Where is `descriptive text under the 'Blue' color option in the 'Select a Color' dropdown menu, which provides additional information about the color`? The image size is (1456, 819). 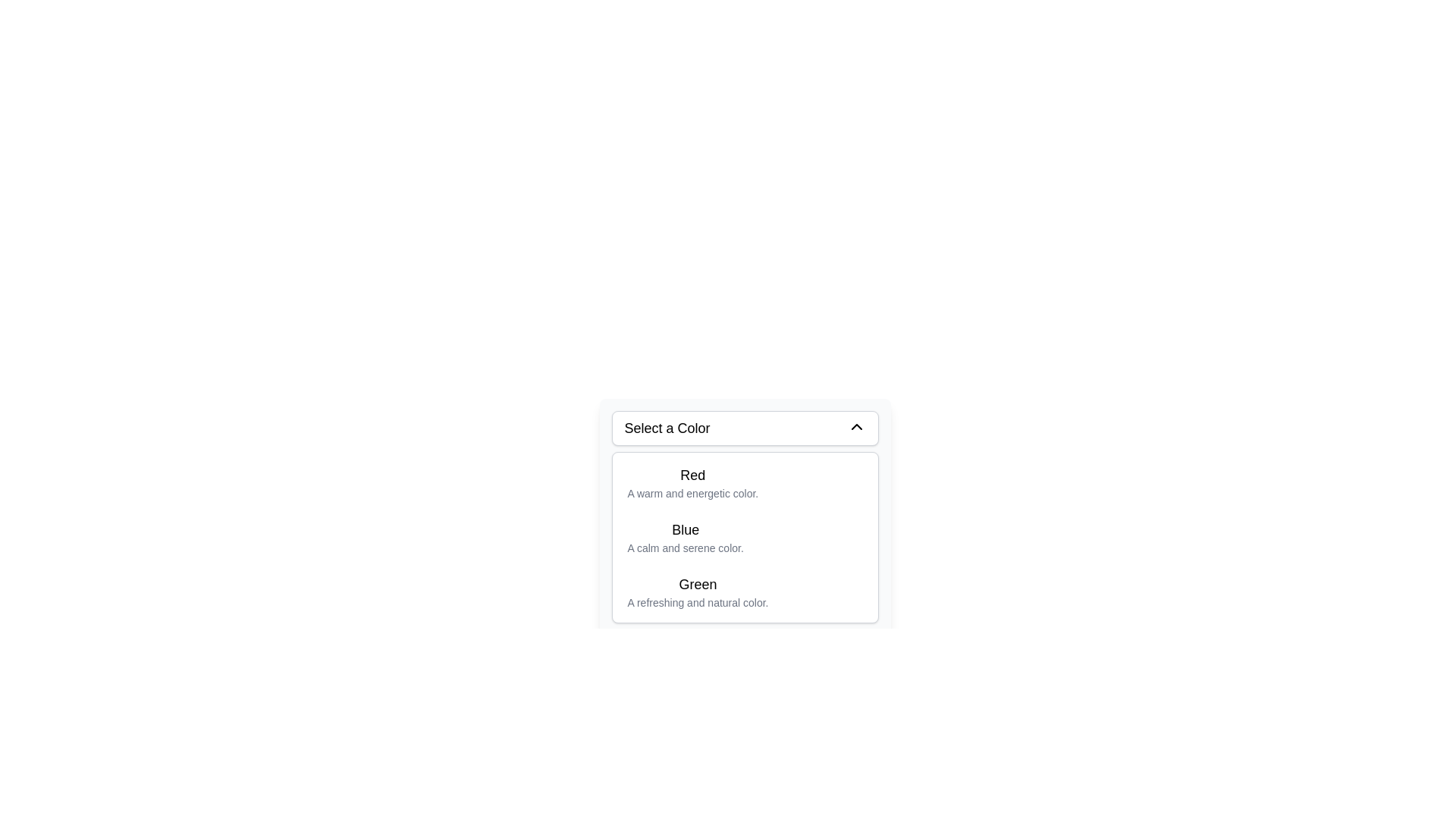 descriptive text under the 'Blue' color option in the 'Select a Color' dropdown menu, which provides additional information about the color is located at coordinates (685, 548).